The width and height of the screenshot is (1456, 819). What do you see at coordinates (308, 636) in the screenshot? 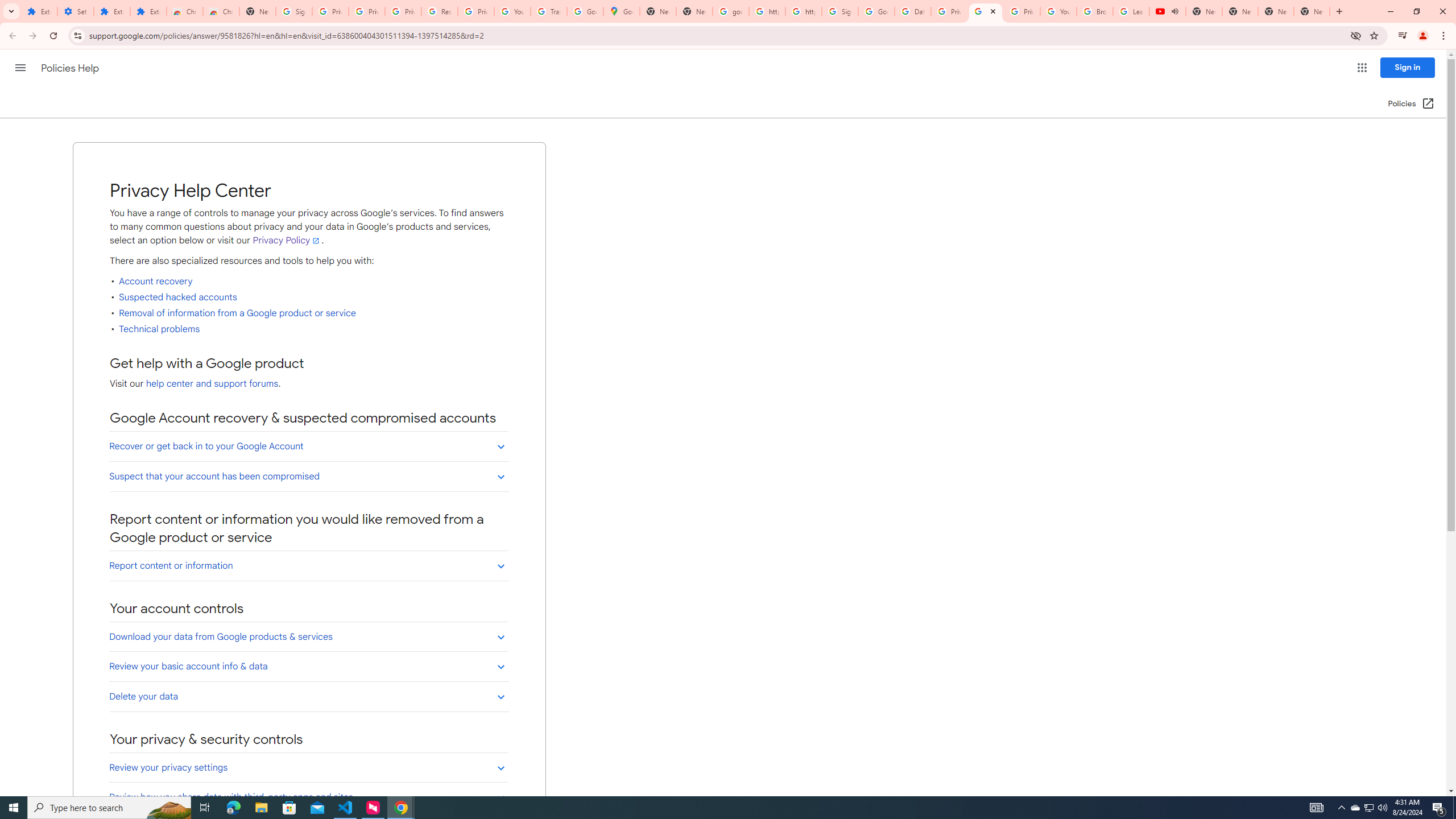
I see `'Download your data from Google products & services'` at bounding box center [308, 636].